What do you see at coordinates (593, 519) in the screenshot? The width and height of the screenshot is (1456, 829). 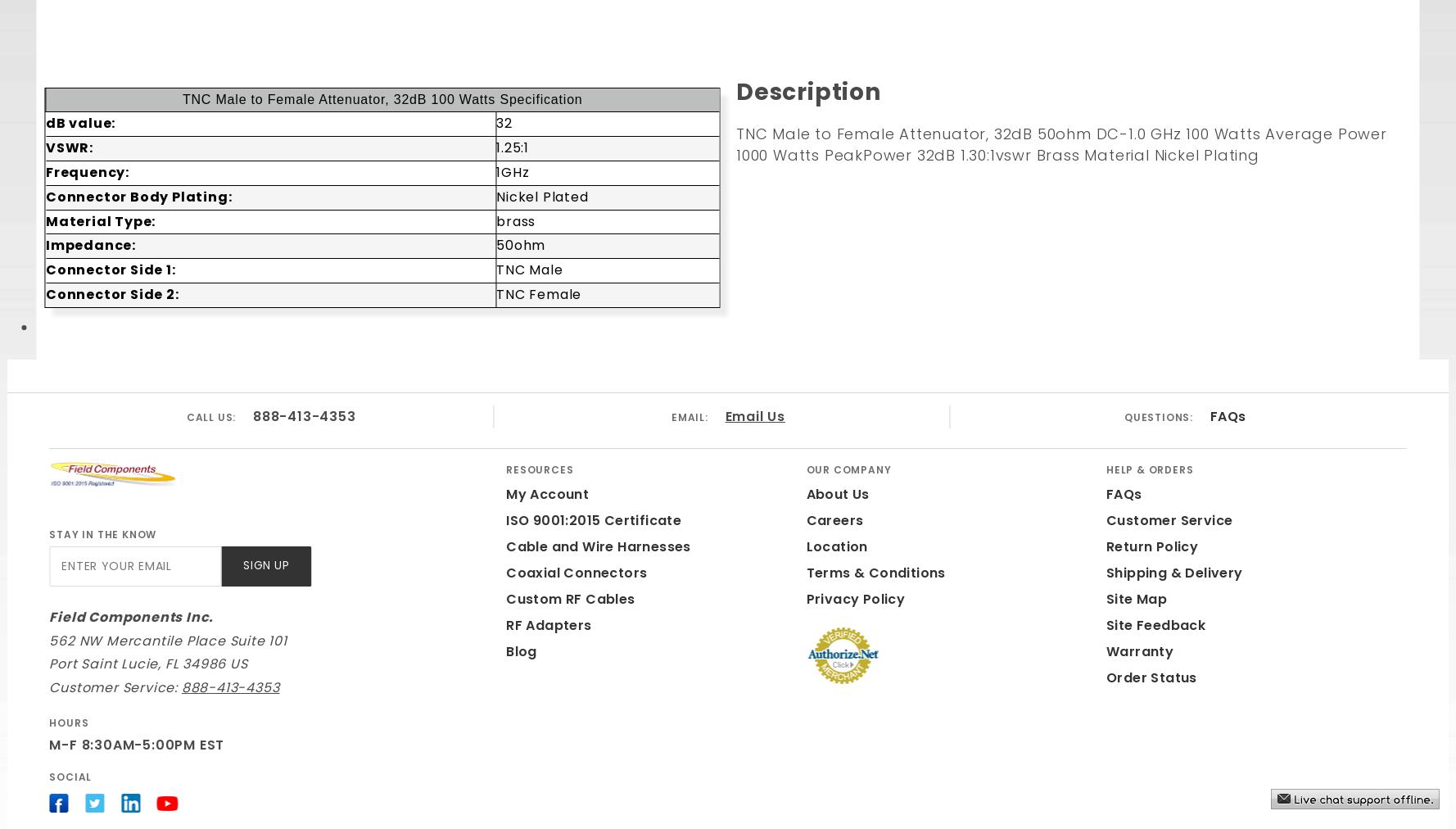 I see `'ISO 9001:2015 Certificate'` at bounding box center [593, 519].